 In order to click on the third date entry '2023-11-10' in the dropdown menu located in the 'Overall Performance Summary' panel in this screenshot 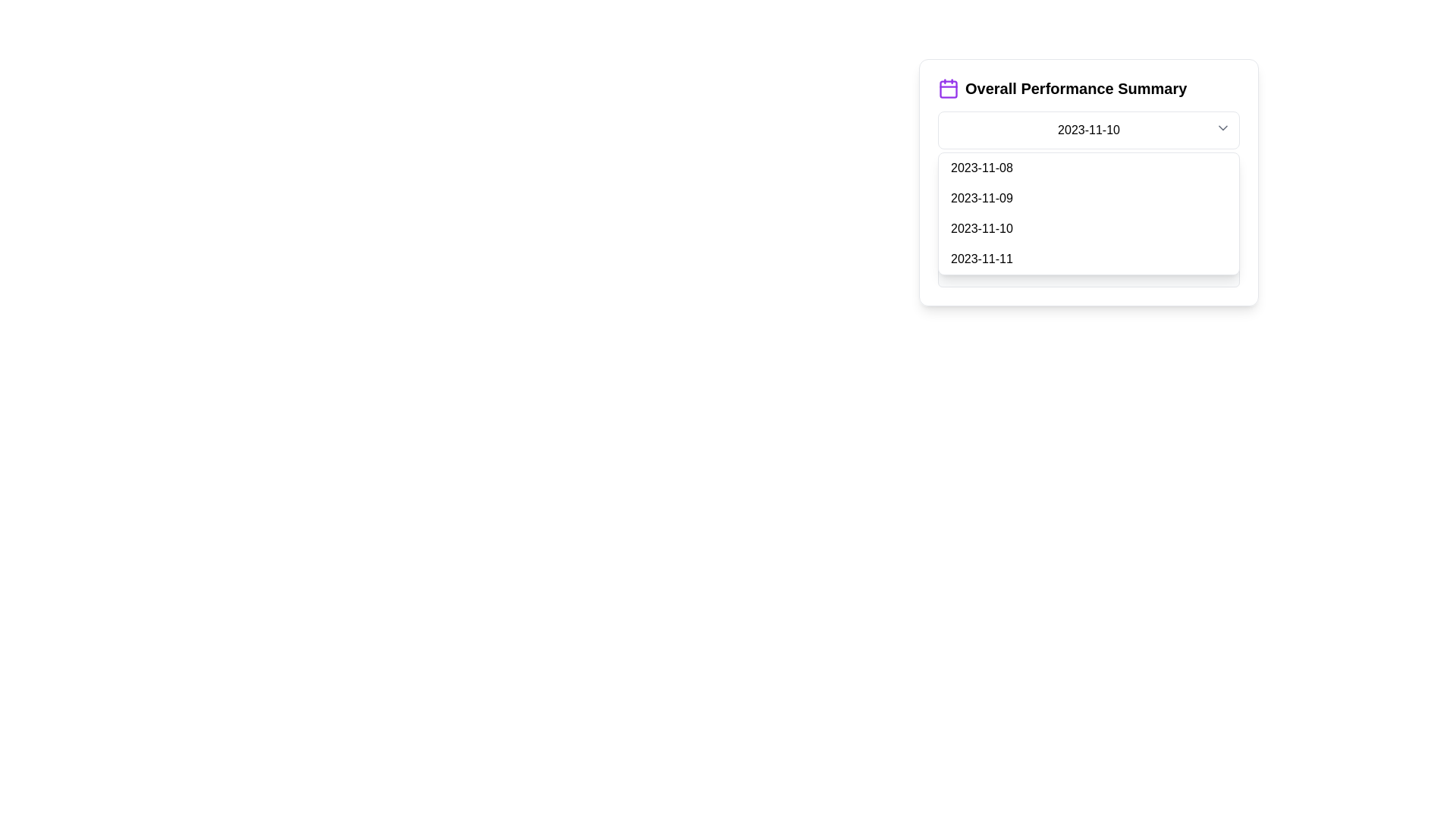, I will do `click(1087, 197)`.